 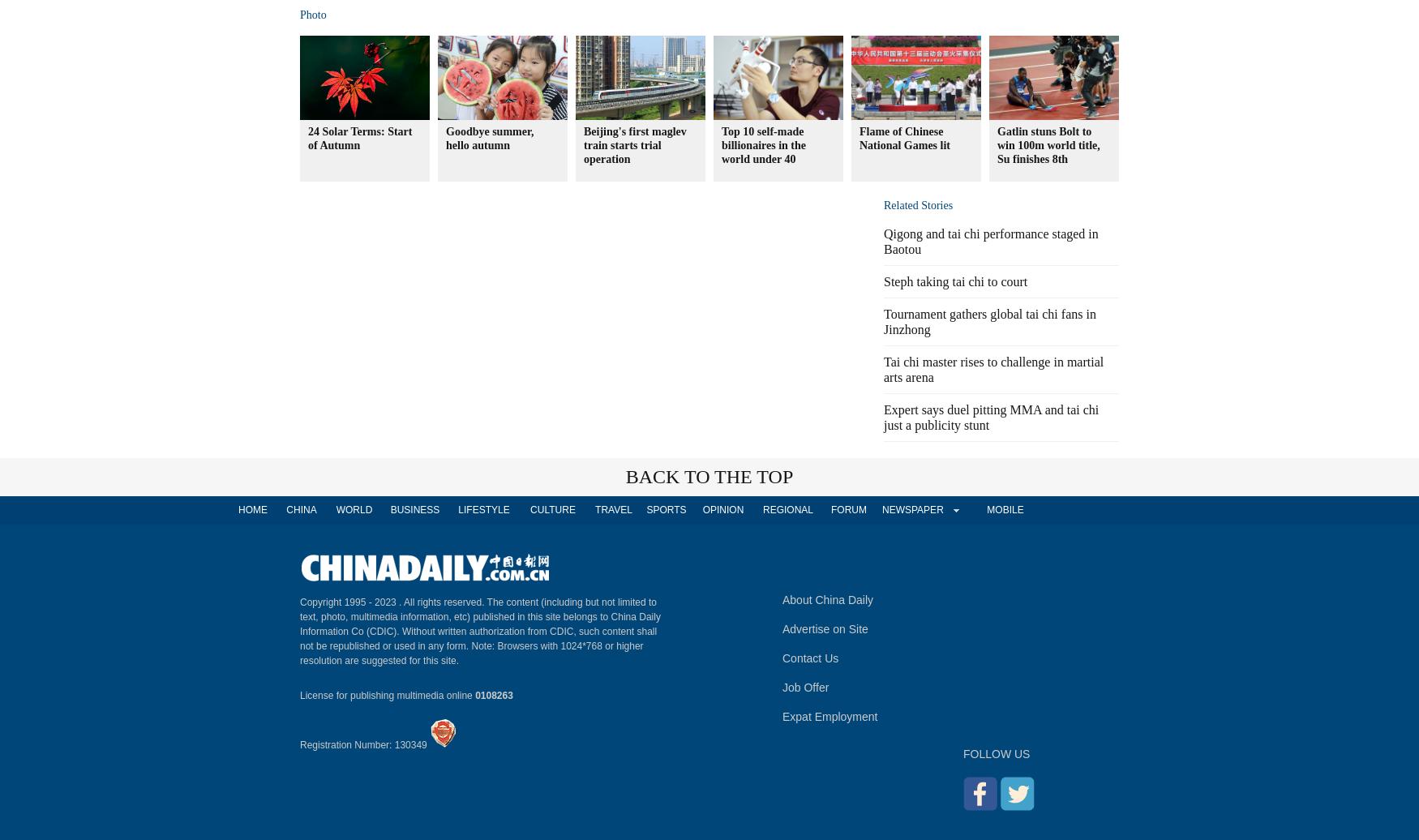 I want to click on 'CULTURE', so click(x=551, y=509).